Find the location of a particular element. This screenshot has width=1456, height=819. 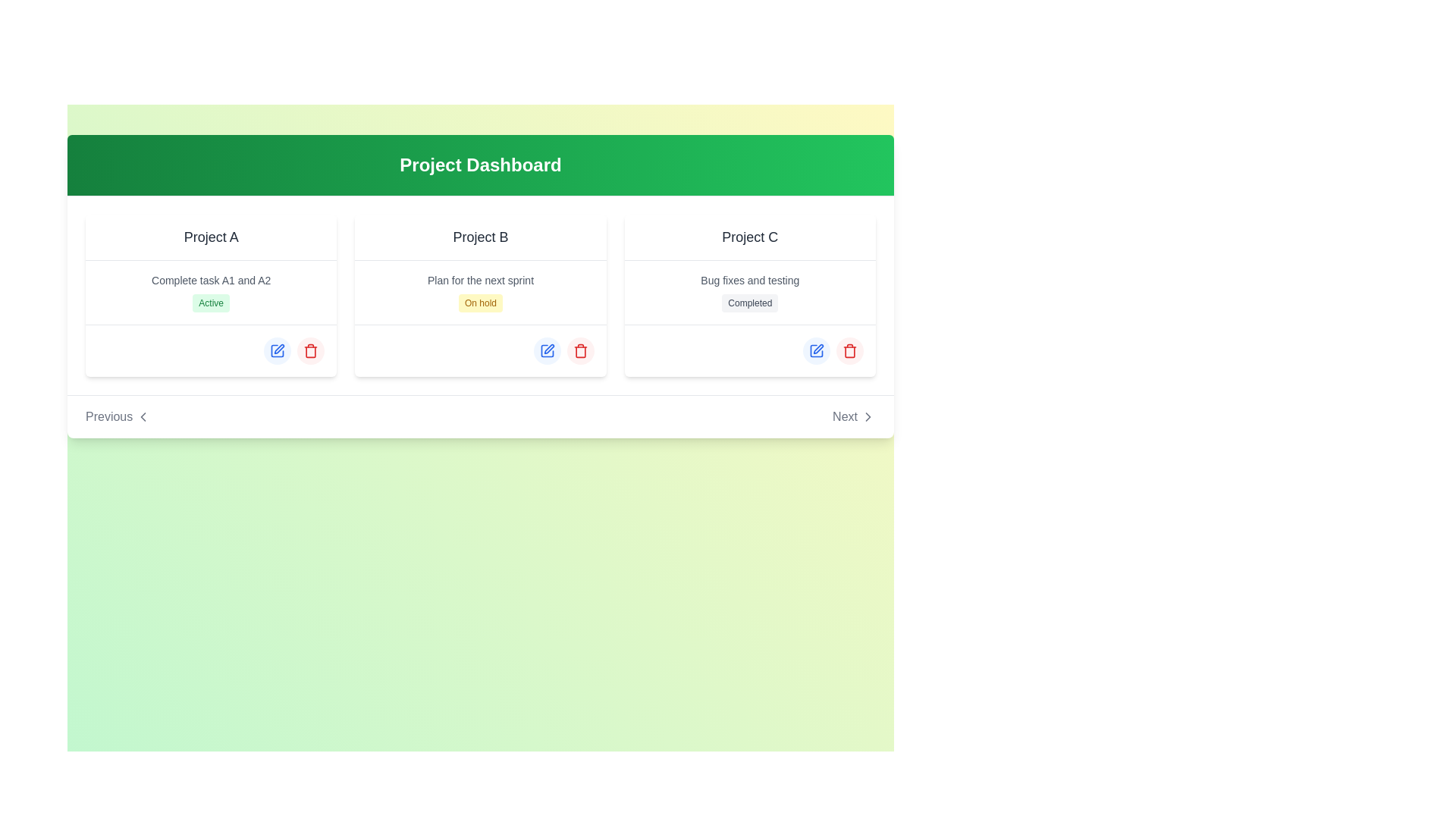

the delete button located directly under the 'Project B' card in the 'Project Dashboard' section is located at coordinates (579, 350).